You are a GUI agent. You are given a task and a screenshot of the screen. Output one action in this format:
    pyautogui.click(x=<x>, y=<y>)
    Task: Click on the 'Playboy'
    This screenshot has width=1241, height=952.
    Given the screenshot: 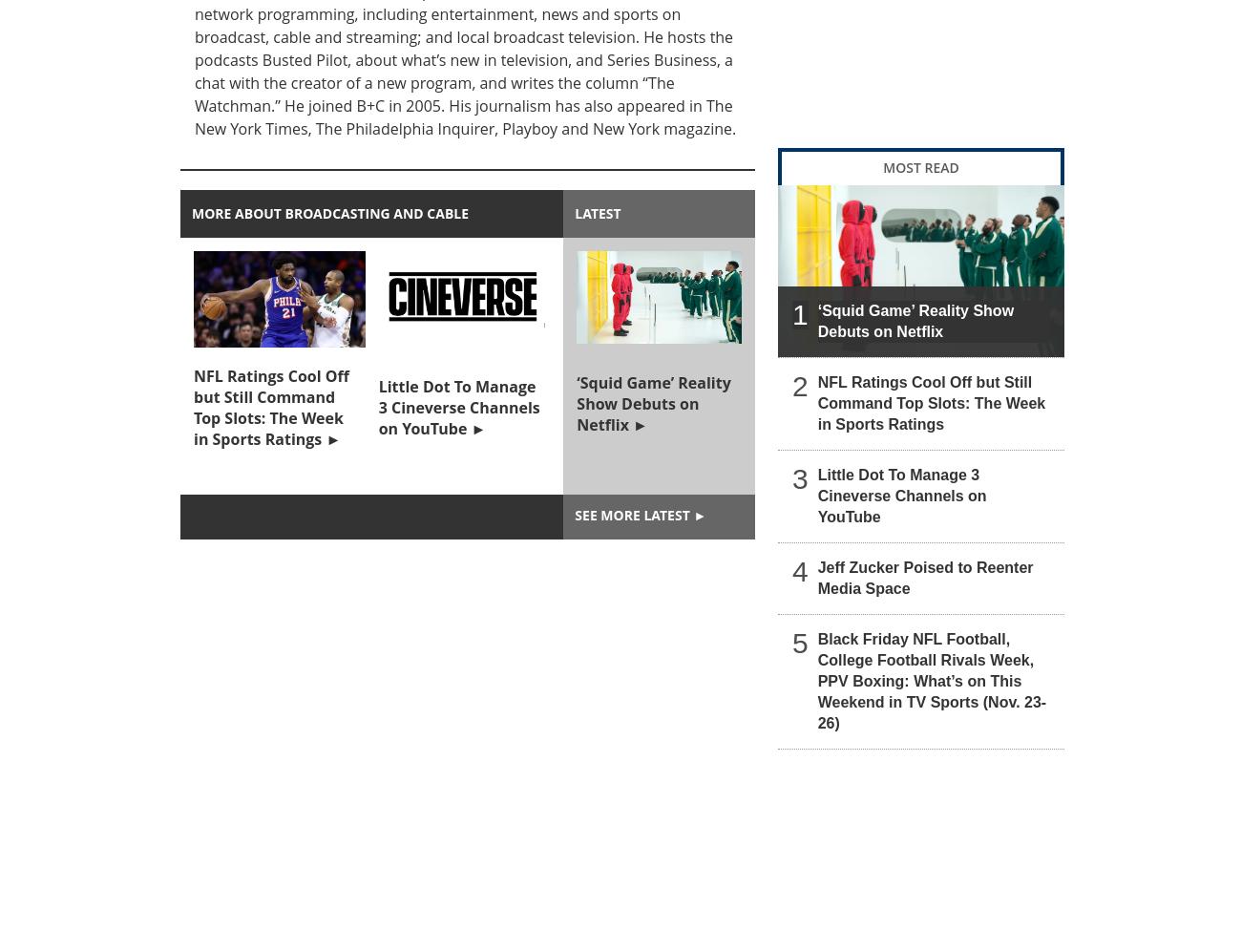 What is the action you would take?
    pyautogui.click(x=501, y=128)
    